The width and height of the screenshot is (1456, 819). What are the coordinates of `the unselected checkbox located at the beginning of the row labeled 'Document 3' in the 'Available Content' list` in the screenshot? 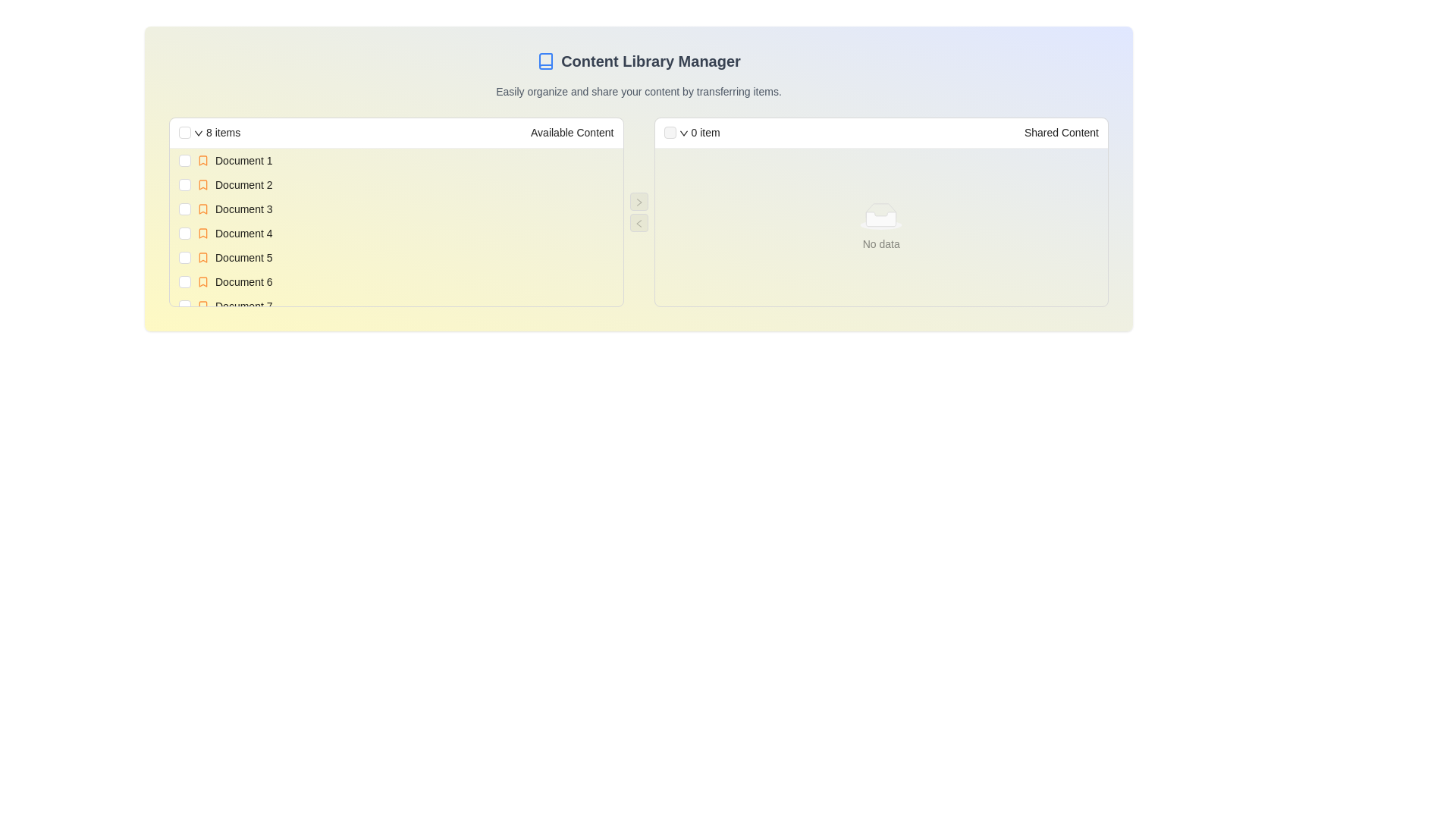 It's located at (184, 209).